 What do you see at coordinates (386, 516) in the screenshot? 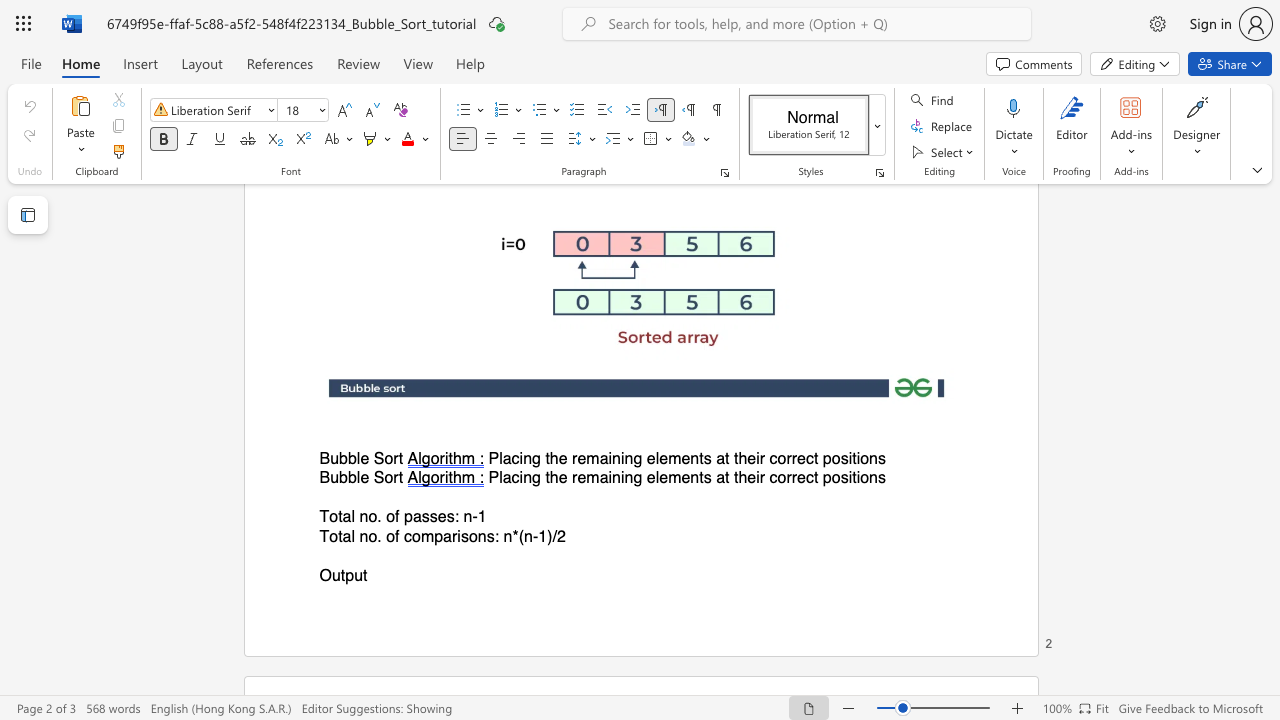
I see `the subset text "of p" within the text "Total no. of passes: n-1"` at bounding box center [386, 516].